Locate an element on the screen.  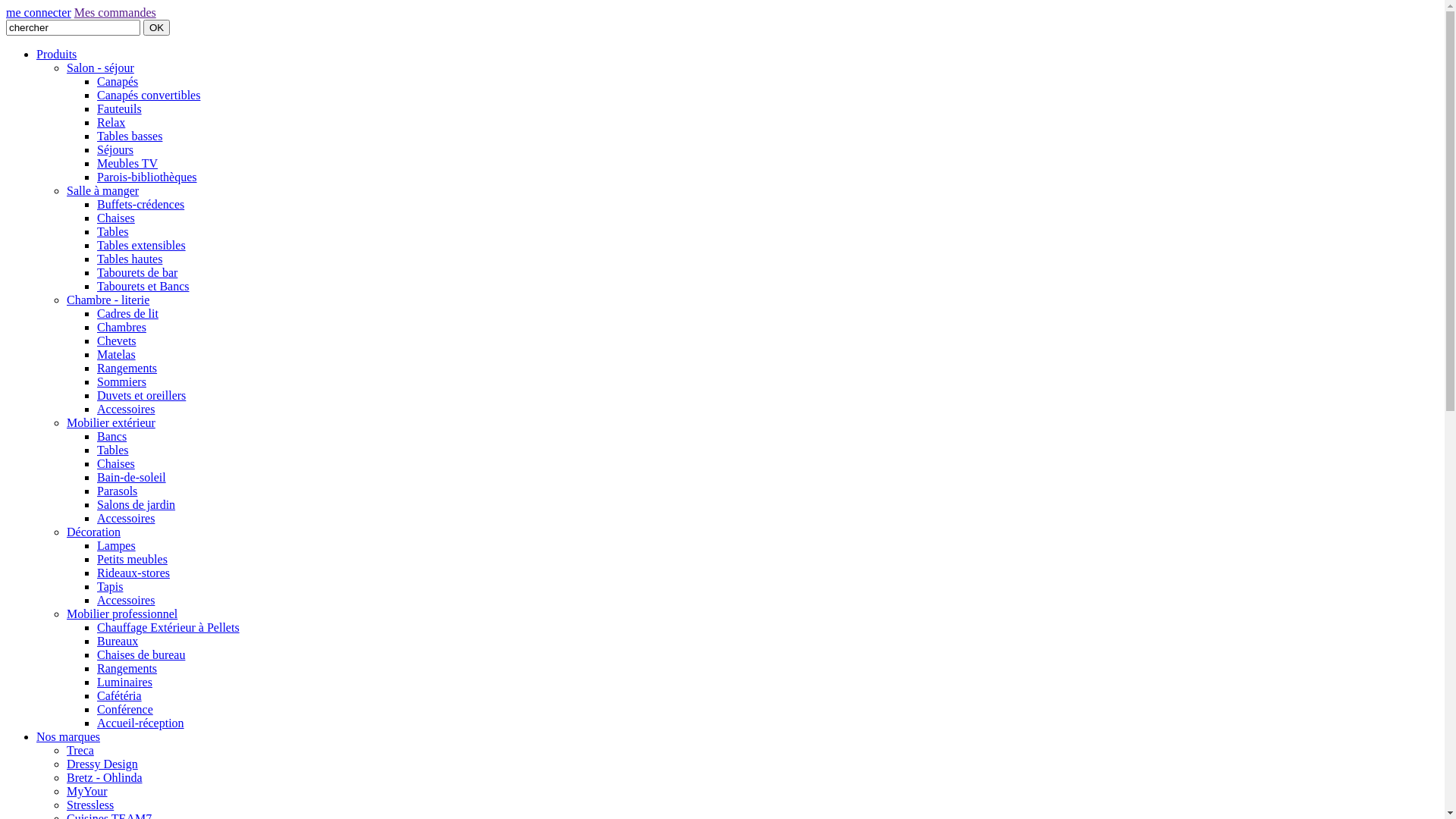
'Chevets' is located at coordinates (115, 340).